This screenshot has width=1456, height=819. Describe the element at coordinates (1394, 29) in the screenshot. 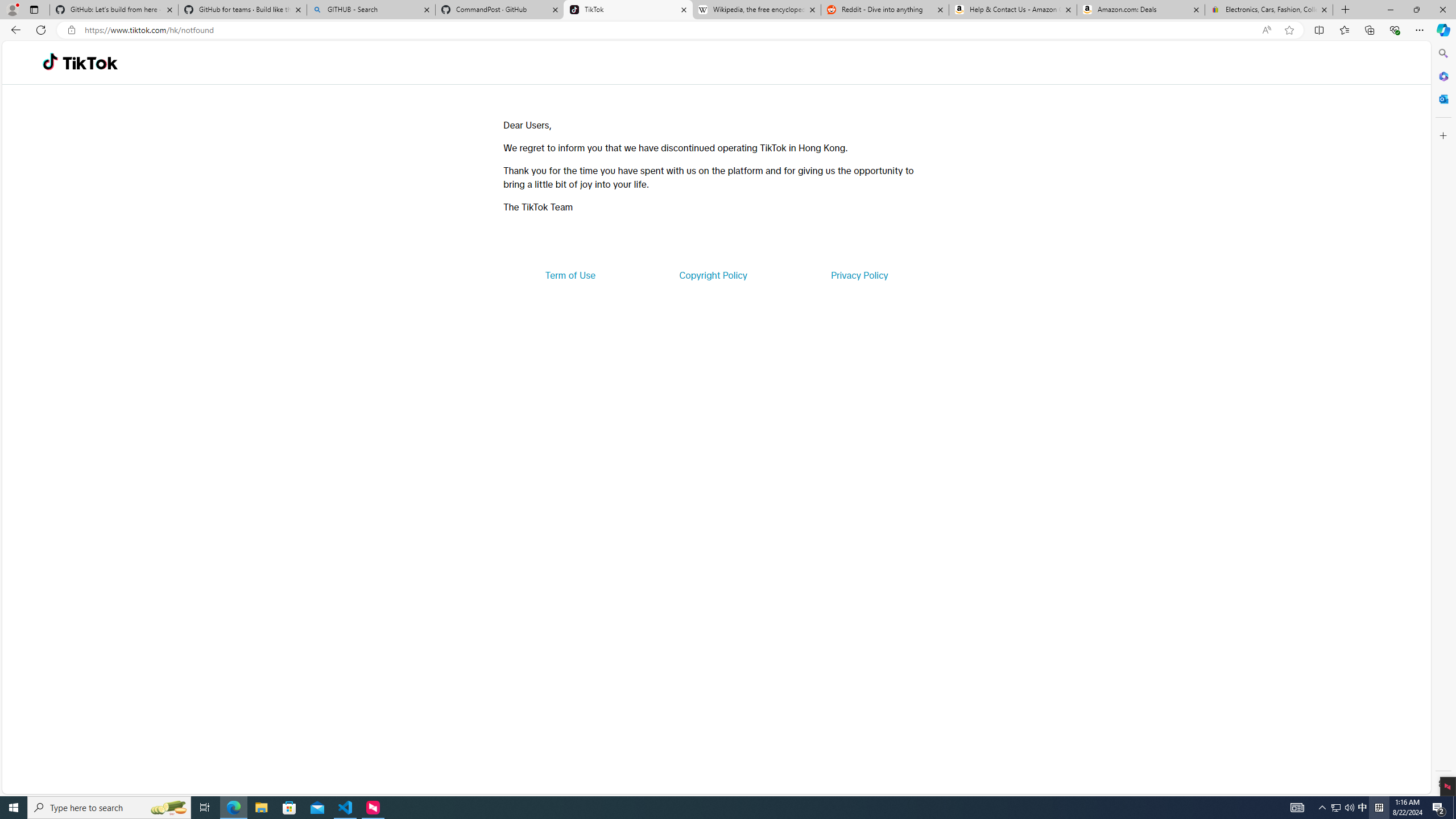

I see `'Browser essentials'` at that location.